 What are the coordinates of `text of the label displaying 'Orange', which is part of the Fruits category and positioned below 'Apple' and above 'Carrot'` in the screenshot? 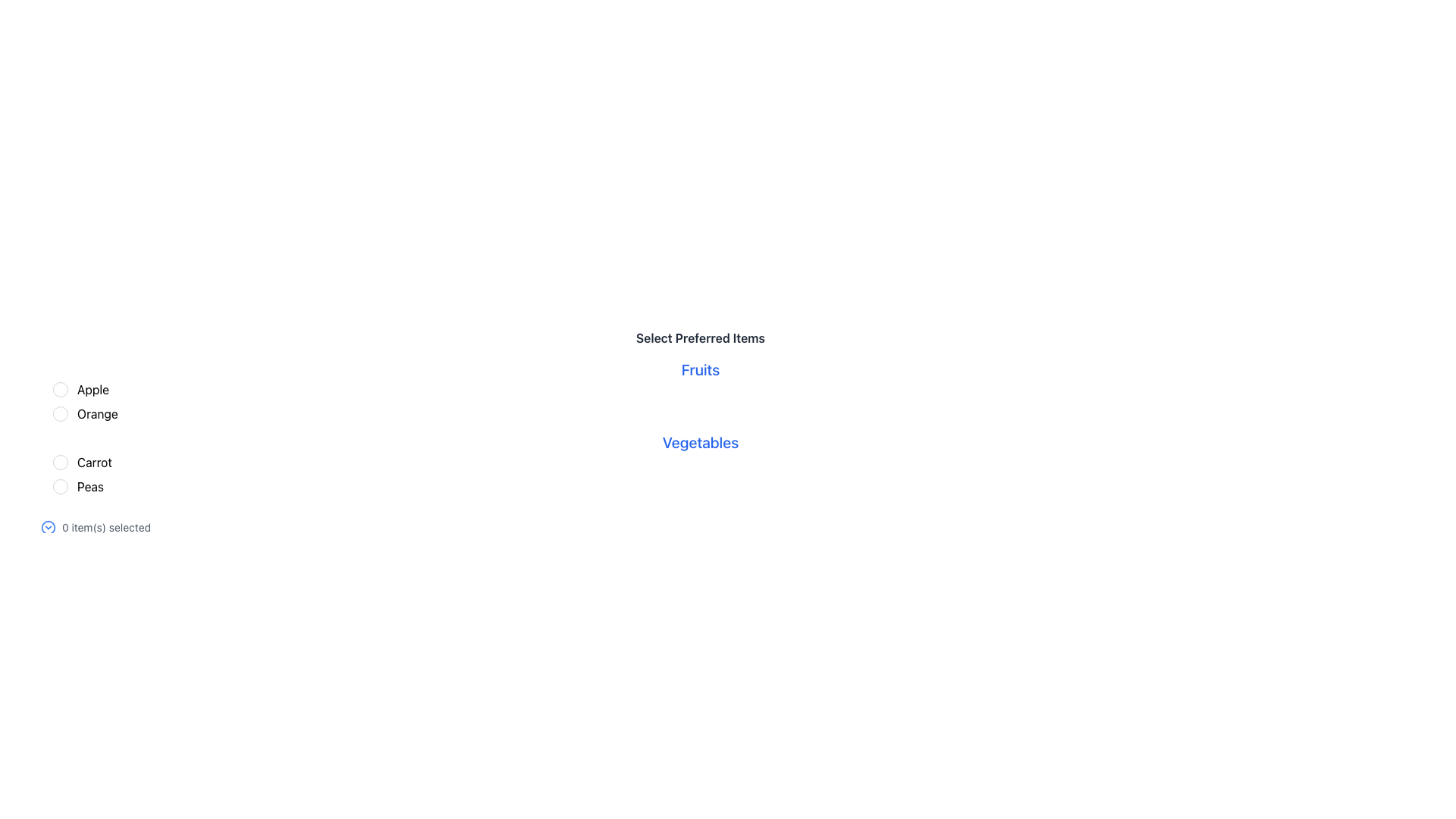 It's located at (96, 414).